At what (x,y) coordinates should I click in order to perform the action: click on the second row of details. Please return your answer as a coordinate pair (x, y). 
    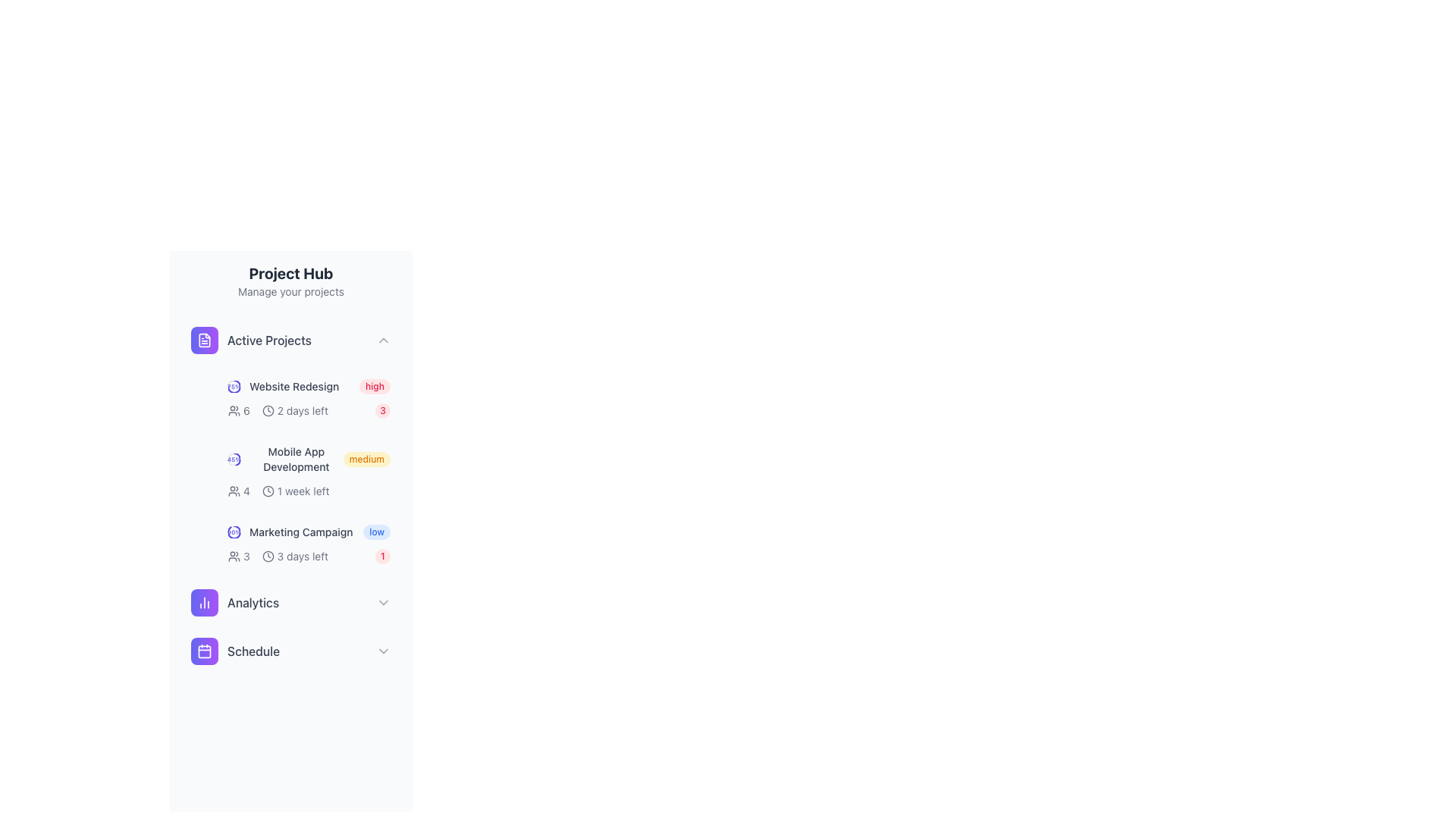
    Looking at the image, I should click on (309, 556).